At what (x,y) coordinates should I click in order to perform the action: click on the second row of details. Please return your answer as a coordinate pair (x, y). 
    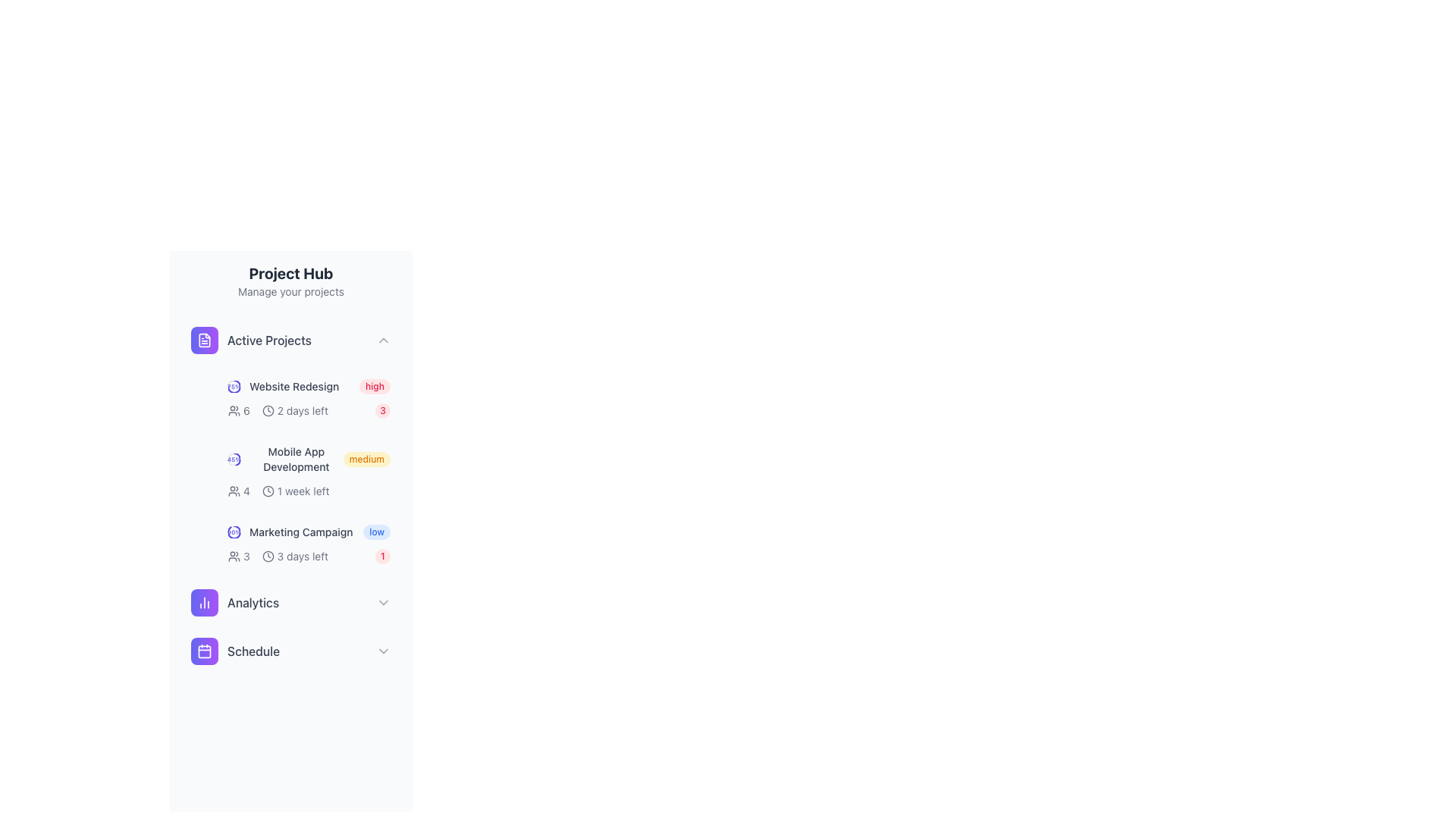
    Looking at the image, I should click on (309, 556).